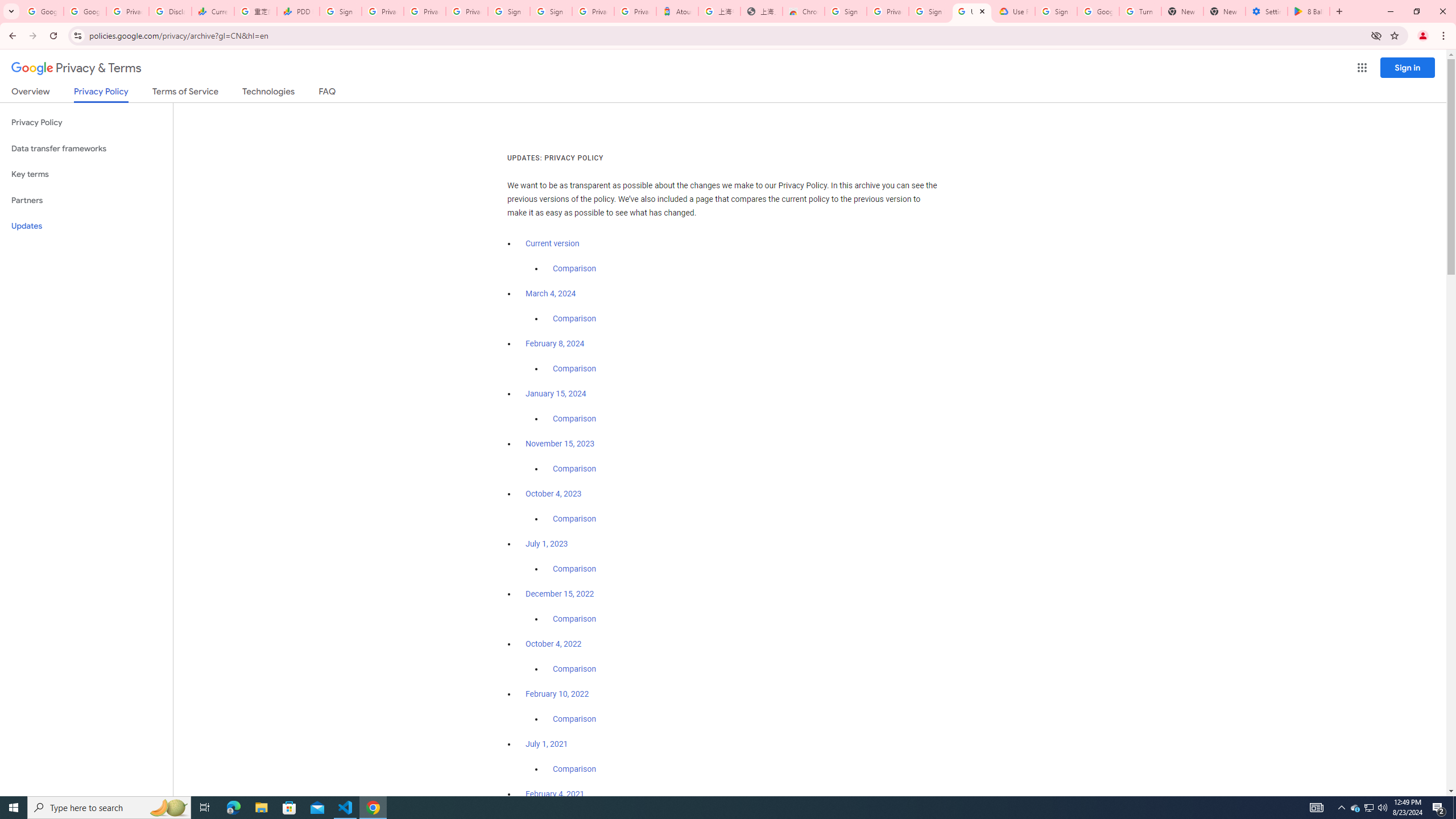  What do you see at coordinates (1097, 11) in the screenshot?
I see `'Google Account Help'` at bounding box center [1097, 11].